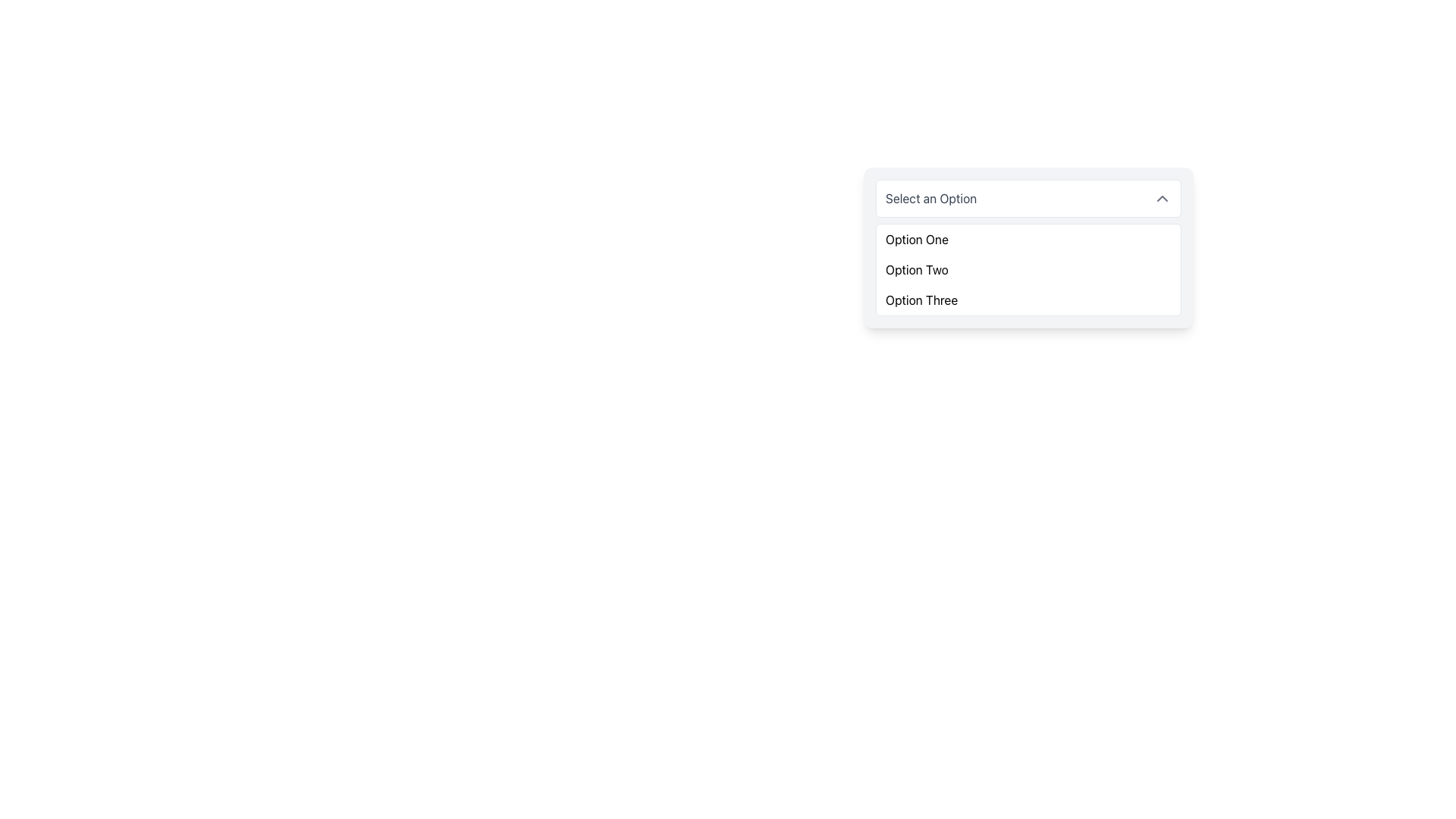  I want to click on the 'Option One' text in the dropdown menu under the 'Select an Option' section, so click(916, 239).